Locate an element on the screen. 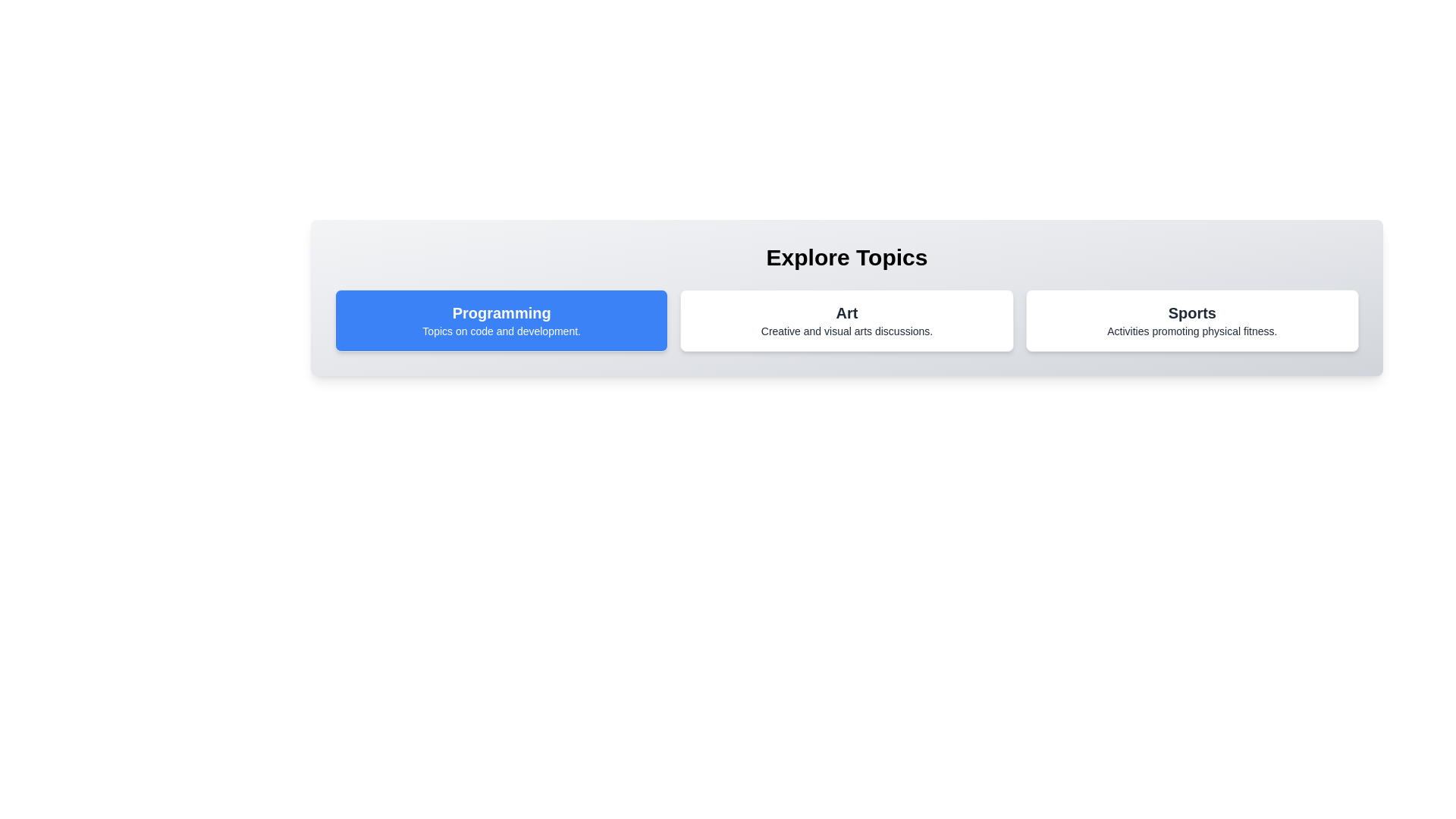 The image size is (1456, 819). the topic card labeled 'Programming' to see the hover effect is located at coordinates (501, 320).